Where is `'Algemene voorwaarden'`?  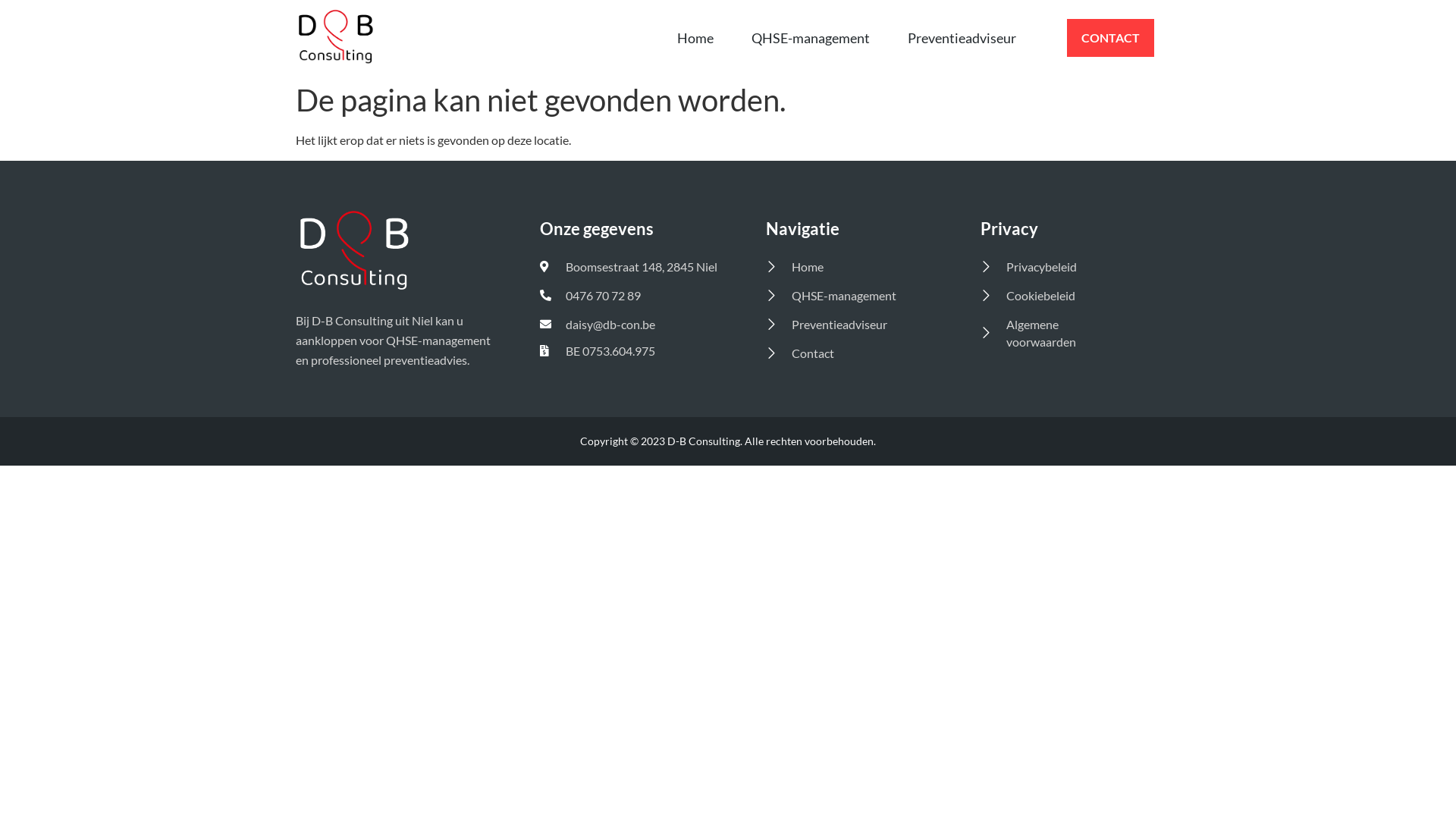
'Algemene voorwaarden' is located at coordinates (1054, 332).